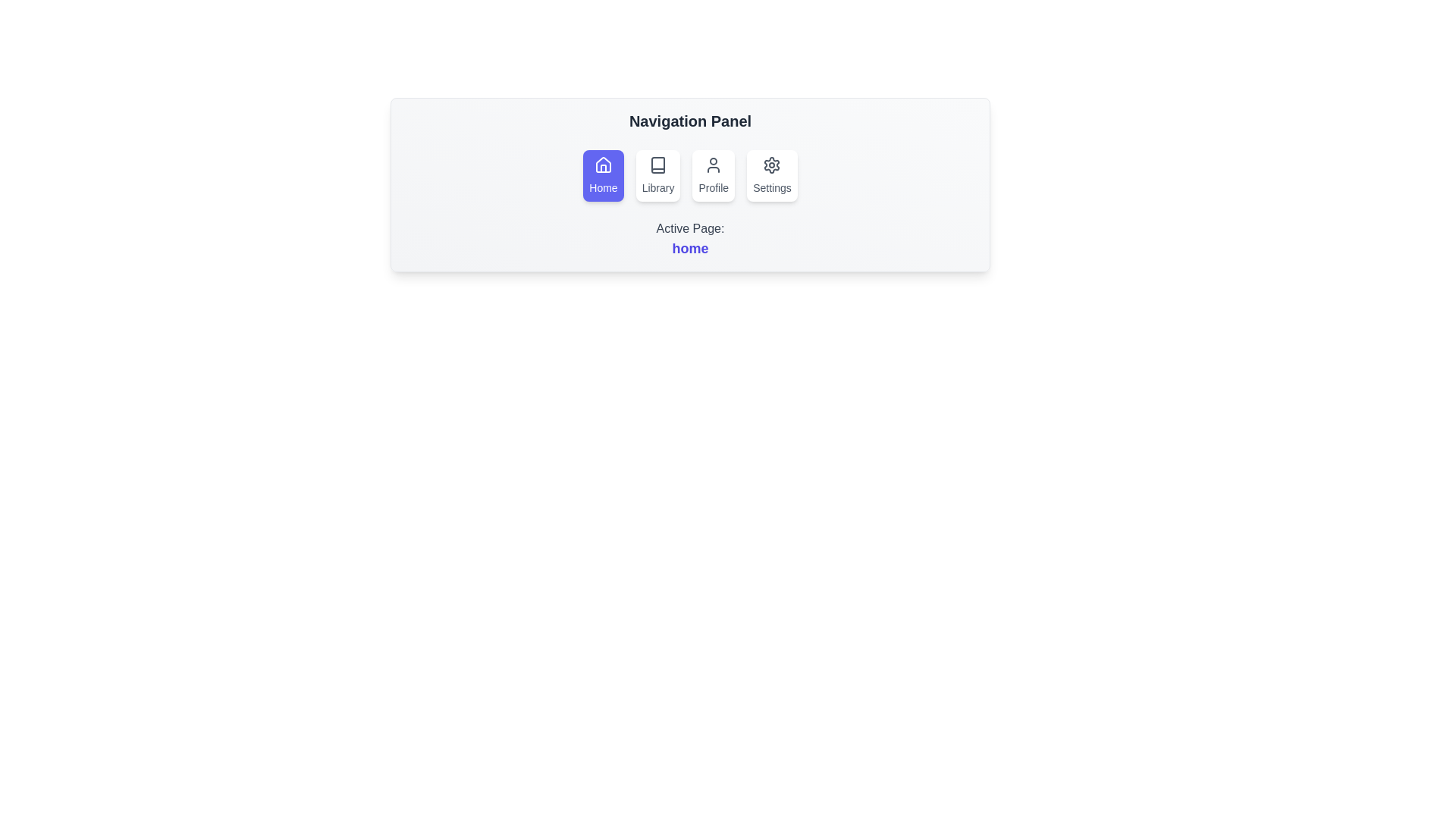 This screenshot has height=819, width=1456. What do you see at coordinates (713, 174) in the screenshot?
I see `the 'Profile' button, which has a user silhouette icon above the text, located in the horizontal navigation panel as the third option from the left` at bounding box center [713, 174].